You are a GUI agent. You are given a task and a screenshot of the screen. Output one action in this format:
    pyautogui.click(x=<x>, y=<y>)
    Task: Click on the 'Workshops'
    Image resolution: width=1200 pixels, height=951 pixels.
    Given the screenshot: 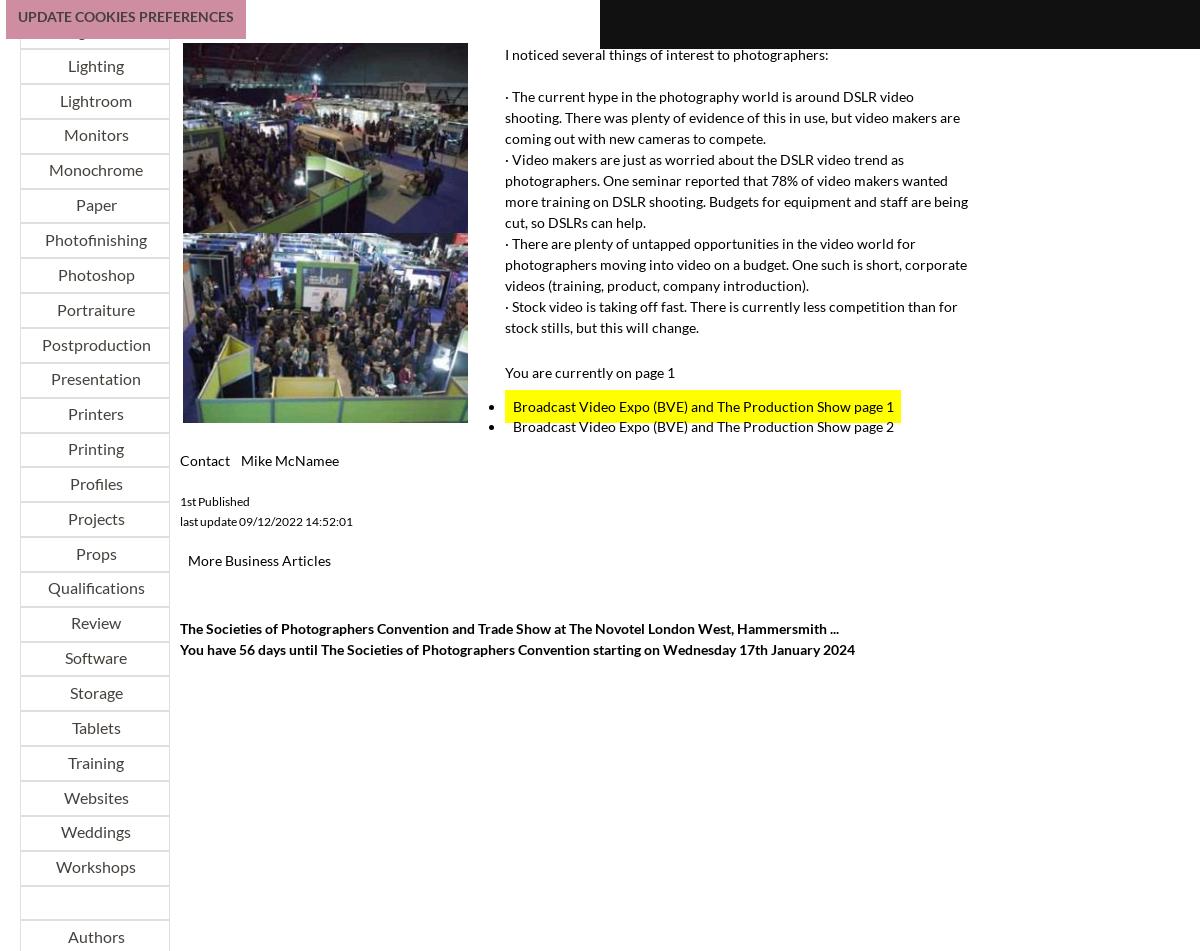 What is the action you would take?
    pyautogui.click(x=95, y=865)
    